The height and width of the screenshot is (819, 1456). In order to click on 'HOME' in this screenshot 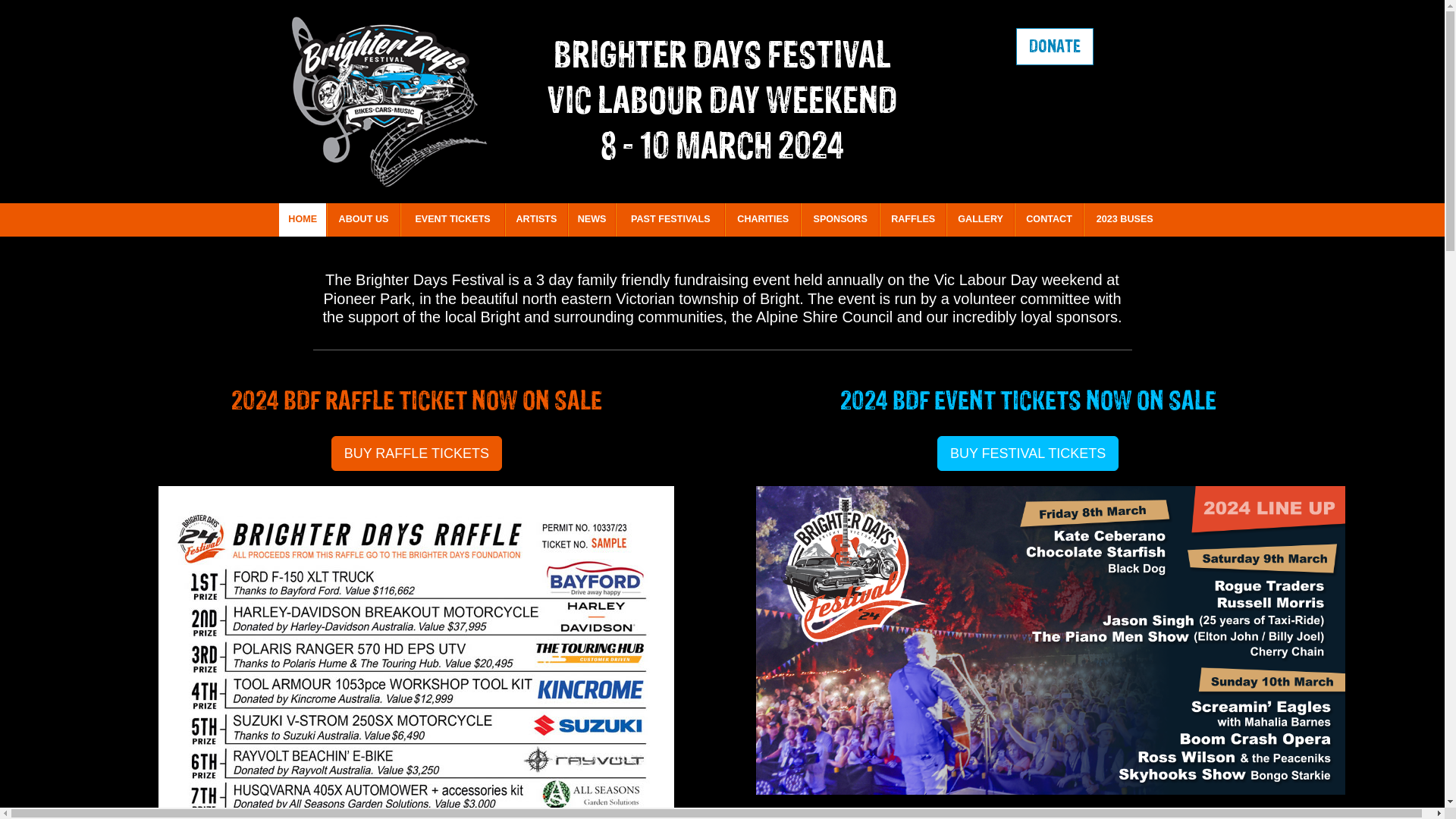, I will do `click(279, 219)`.